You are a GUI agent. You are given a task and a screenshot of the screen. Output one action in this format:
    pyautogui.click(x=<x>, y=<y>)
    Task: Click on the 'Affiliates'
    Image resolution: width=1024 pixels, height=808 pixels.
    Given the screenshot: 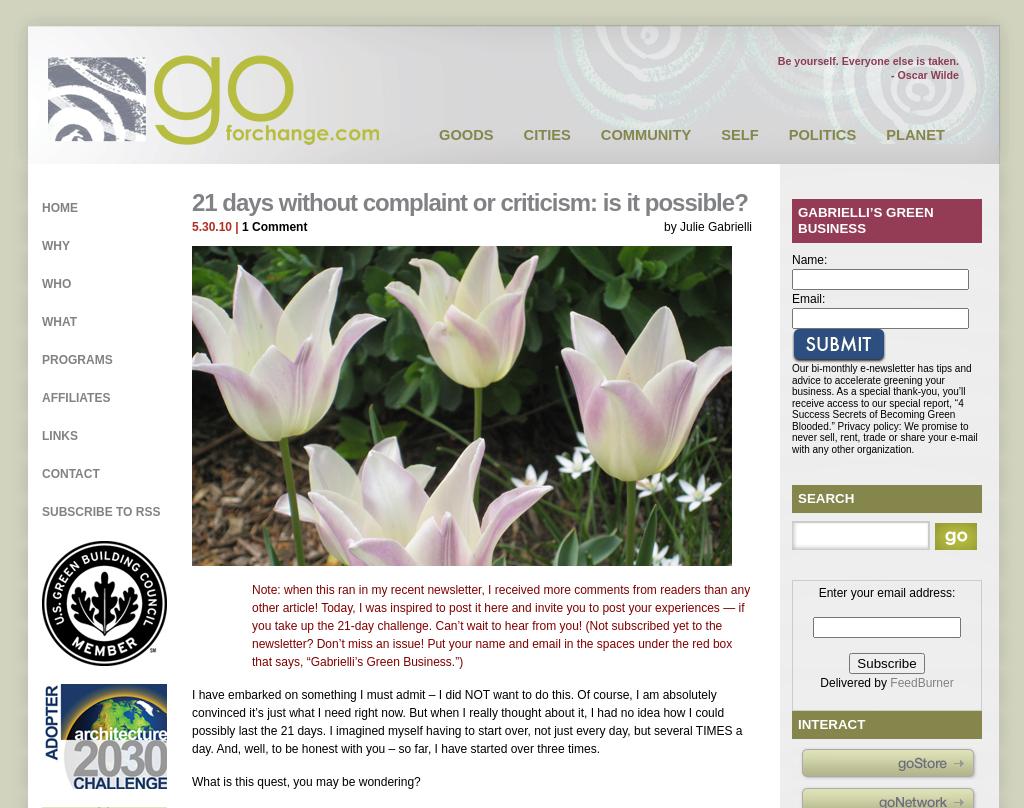 What is the action you would take?
    pyautogui.click(x=74, y=397)
    